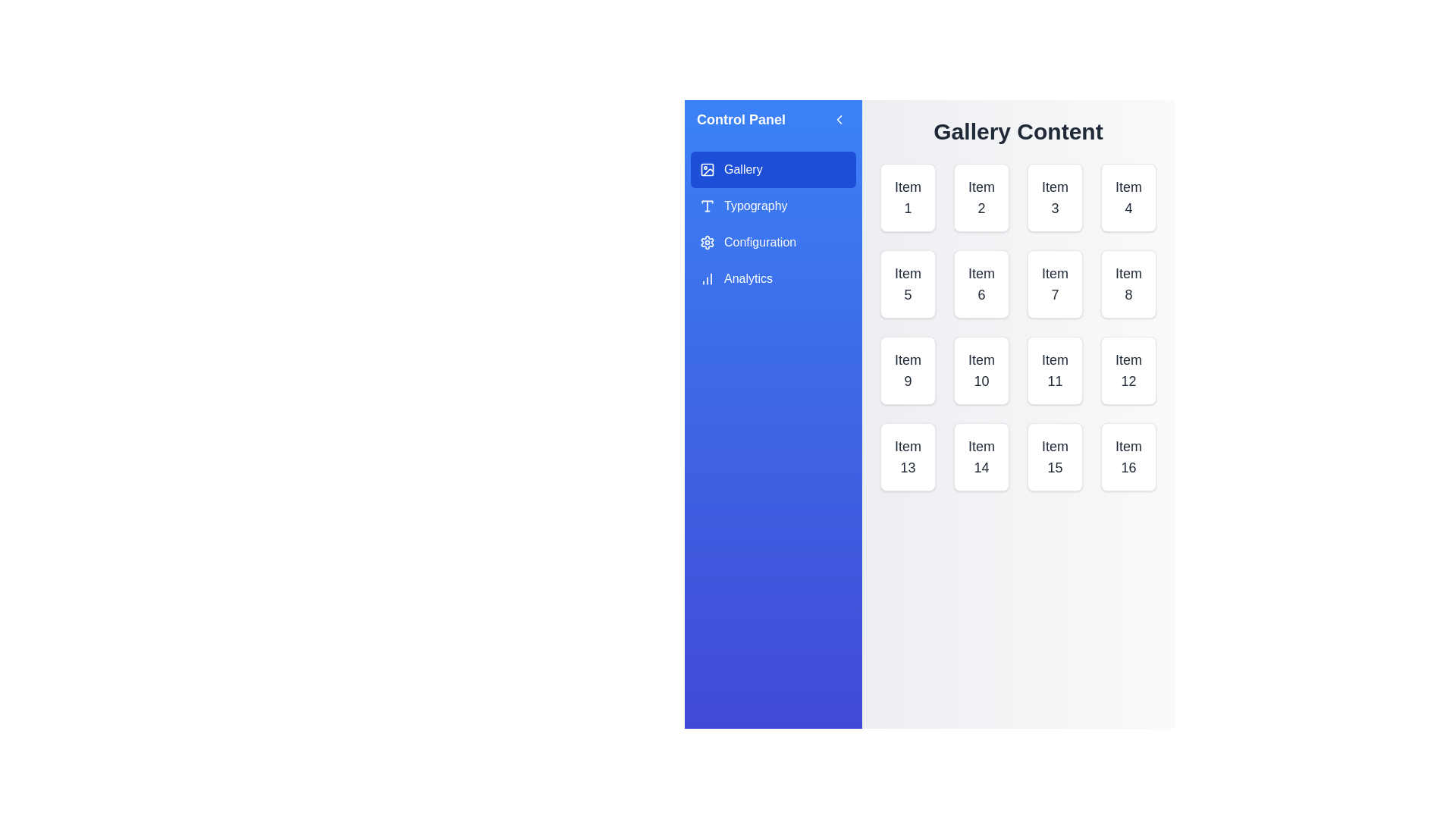 Image resolution: width=1456 pixels, height=819 pixels. I want to click on the category Gallery from the menu, so click(773, 169).